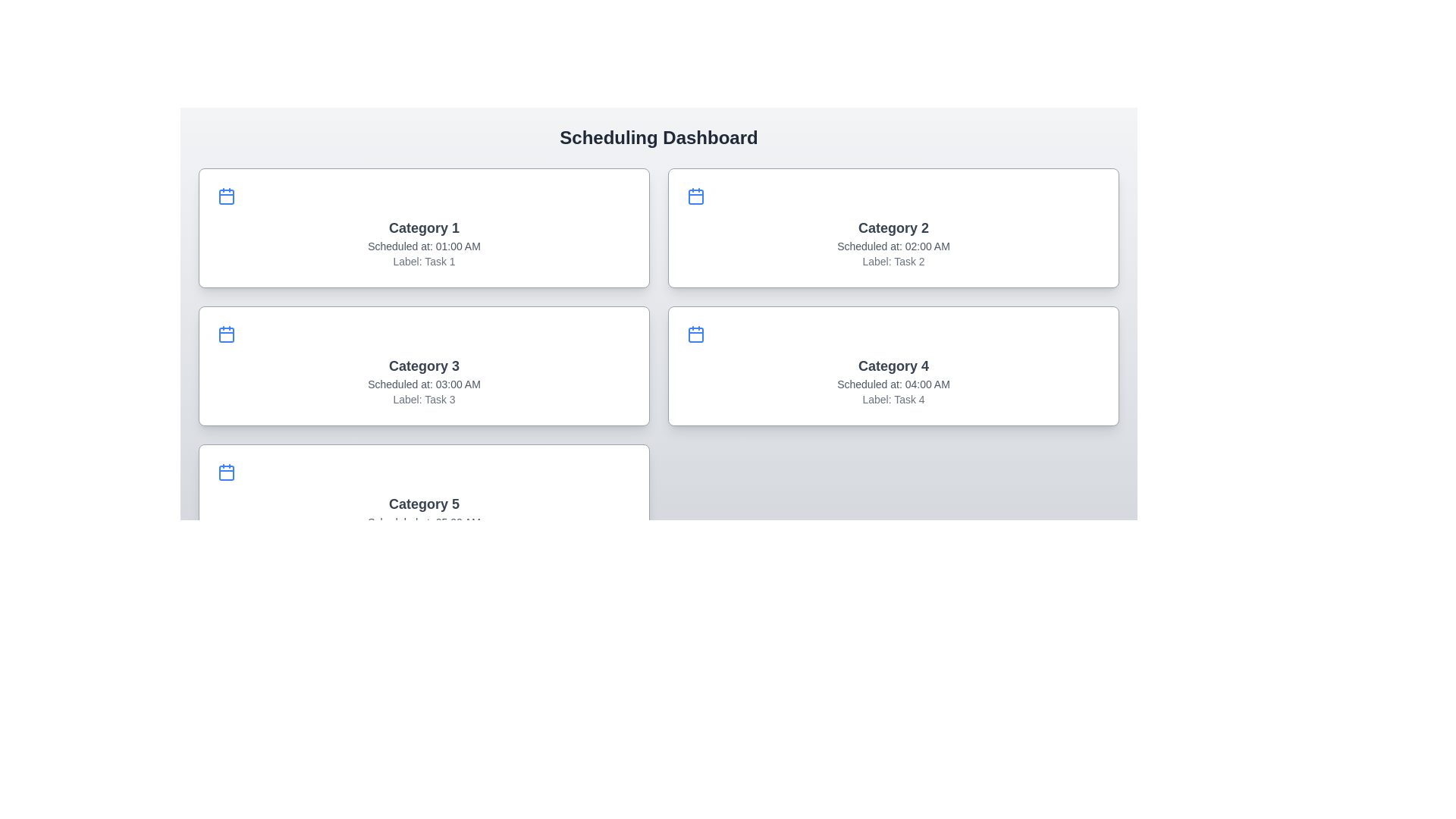 Image resolution: width=1456 pixels, height=819 pixels. What do you see at coordinates (225, 334) in the screenshot?
I see `the graphical element within the calendar icon in the 'Category 3' card` at bounding box center [225, 334].